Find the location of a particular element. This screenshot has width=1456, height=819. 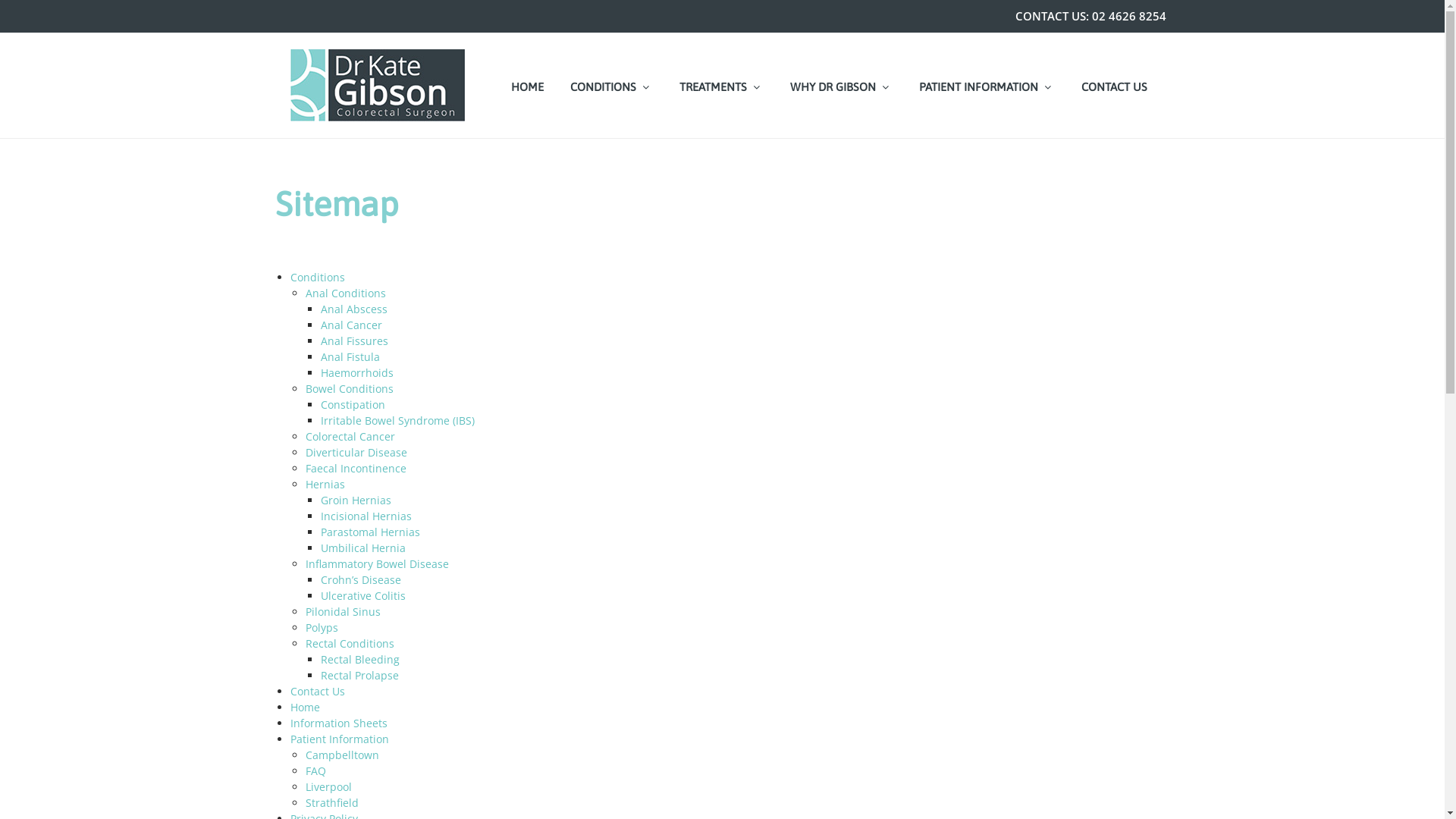

'Pilonidal Sinus' is located at coordinates (341, 610).